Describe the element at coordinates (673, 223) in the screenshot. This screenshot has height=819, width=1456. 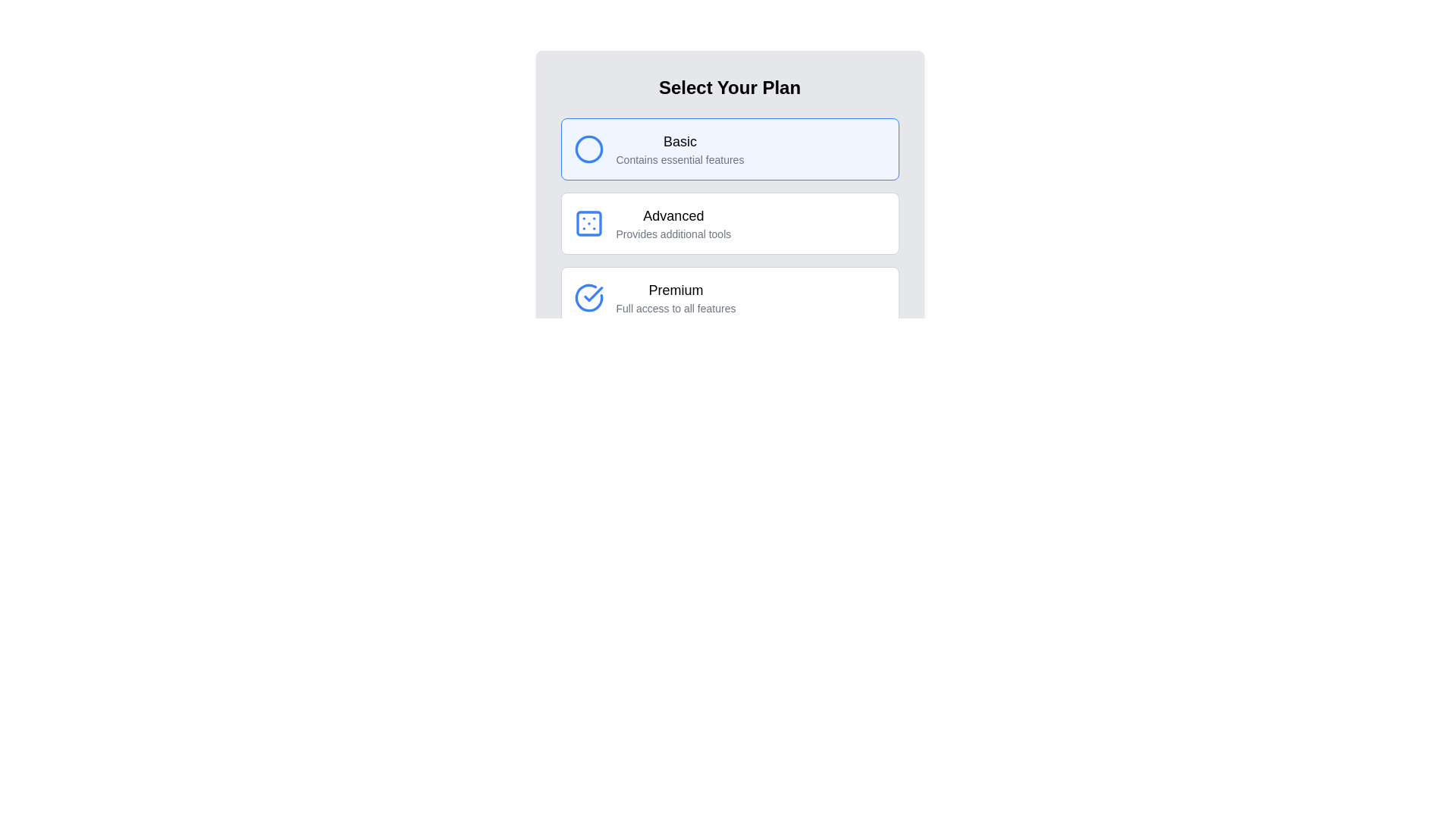
I see `the 'Advanced' option in the second card of the selection interface` at that location.